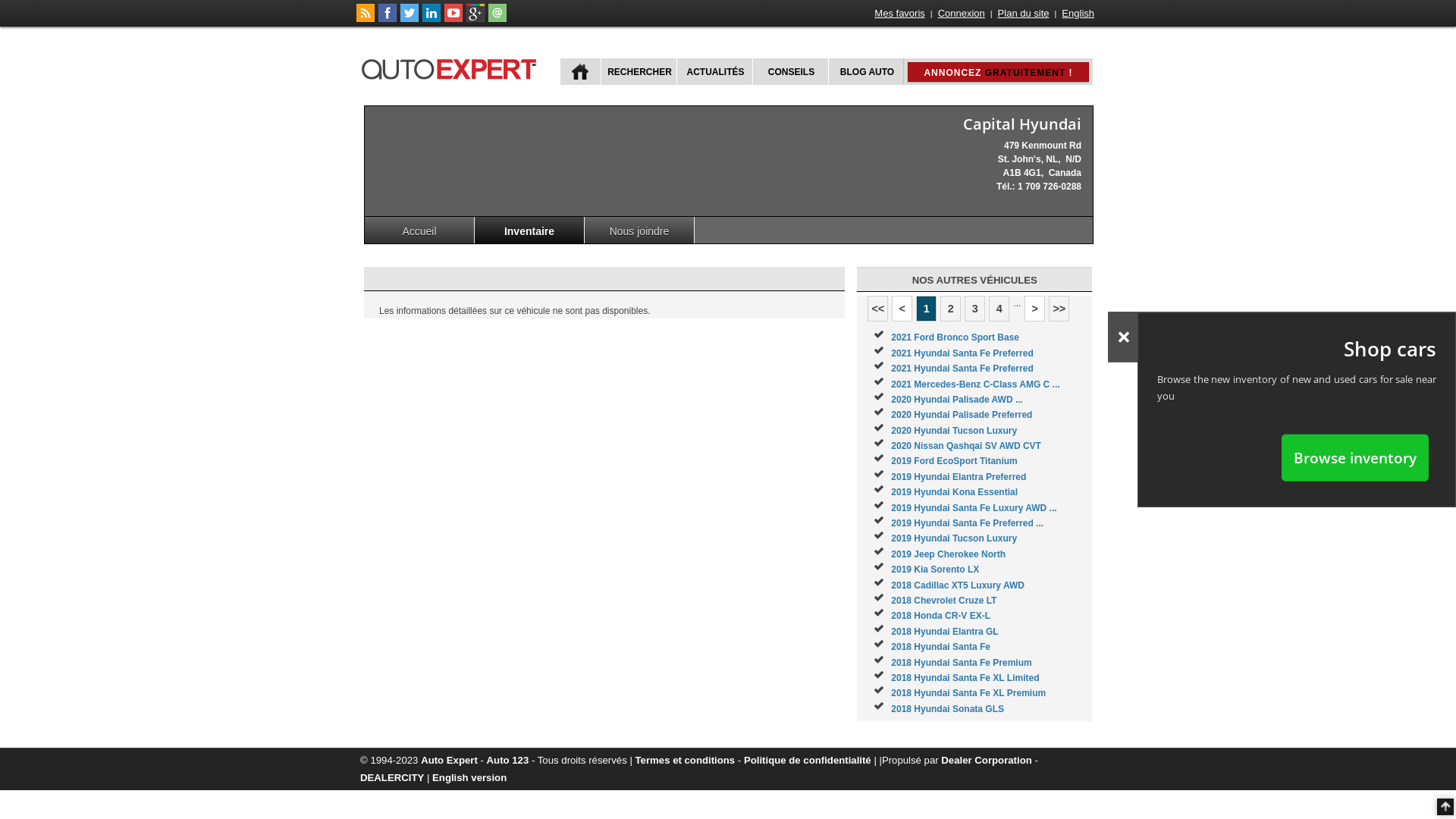 The image size is (1456, 819). Describe the element at coordinates (789, 71) in the screenshot. I see `'CONSEILS'` at that location.